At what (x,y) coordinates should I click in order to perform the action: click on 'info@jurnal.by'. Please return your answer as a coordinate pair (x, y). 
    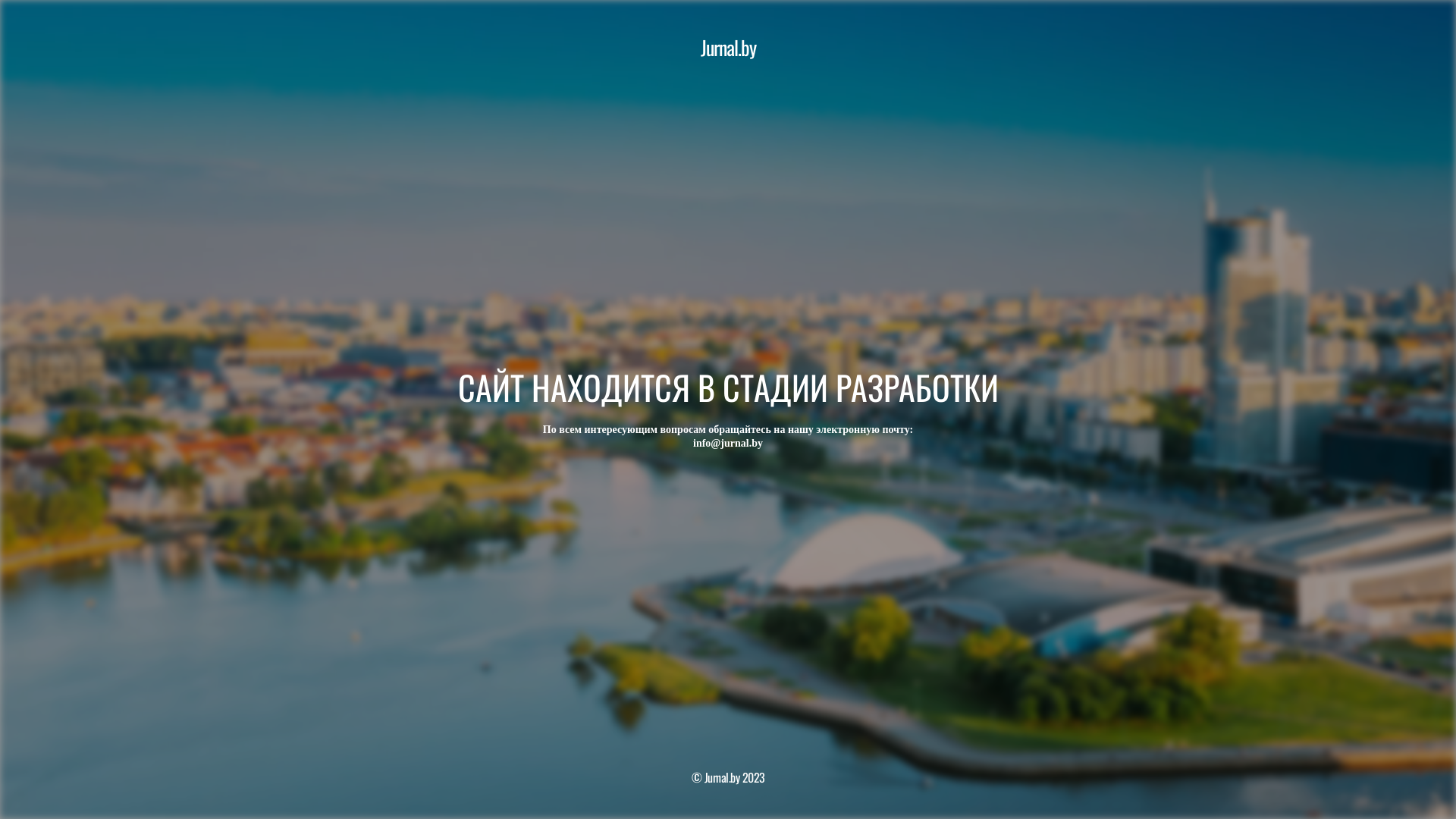
    Looking at the image, I should click on (728, 443).